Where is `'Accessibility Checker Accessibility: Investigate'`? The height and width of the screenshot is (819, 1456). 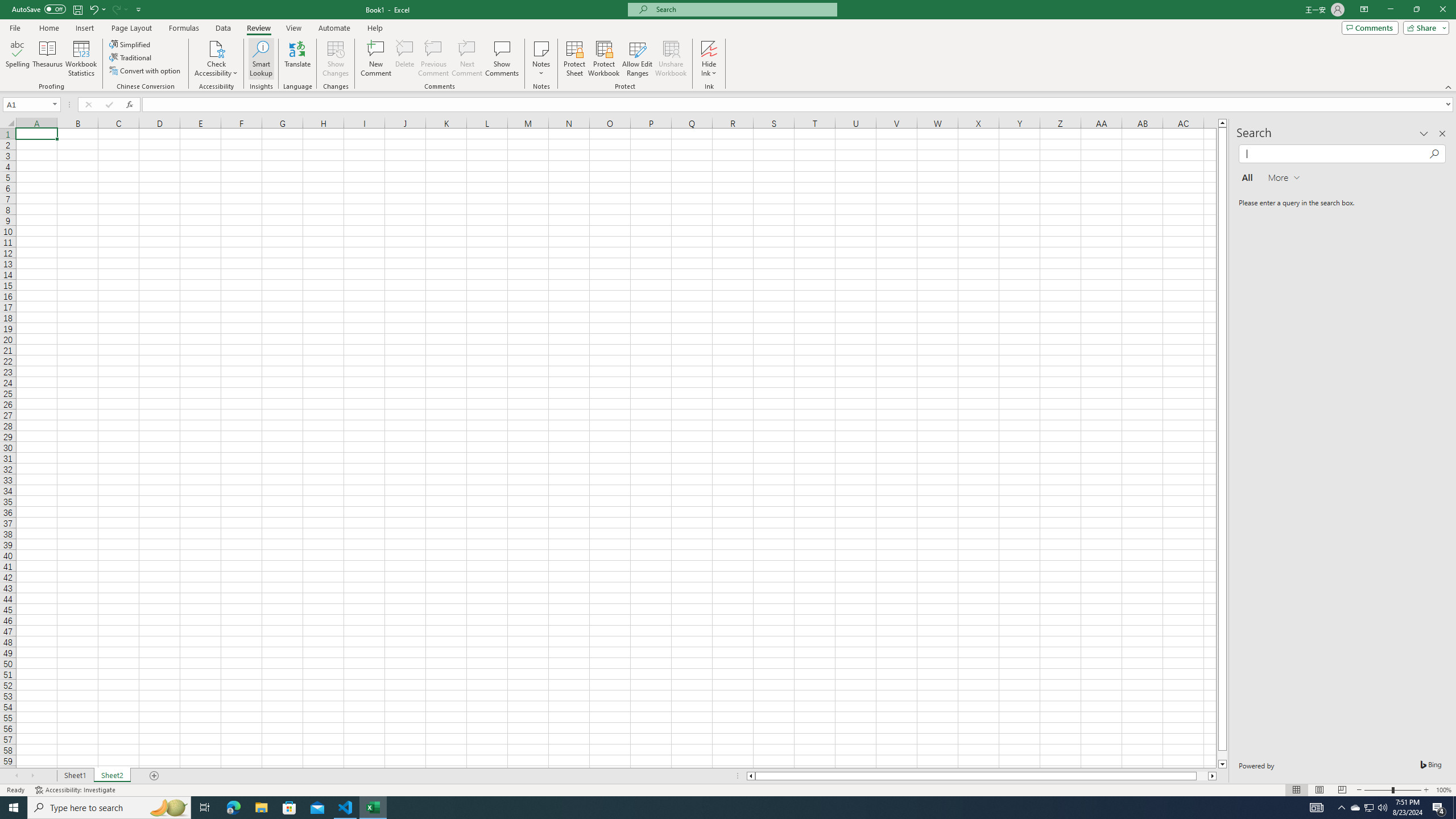
'Accessibility Checker Accessibility: Investigate' is located at coordinates (76, 790).